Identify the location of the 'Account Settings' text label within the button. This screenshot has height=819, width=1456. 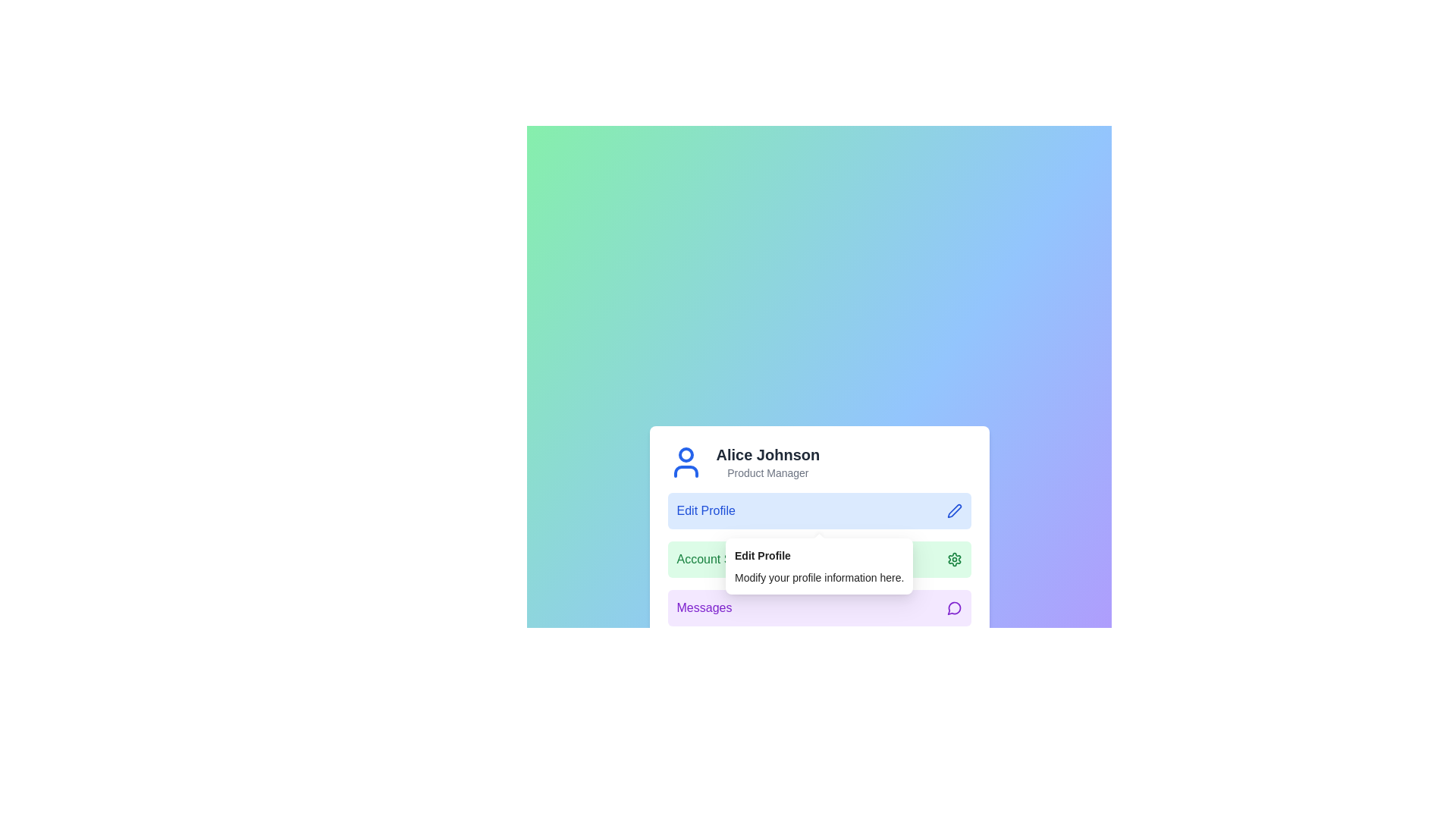
(721, 559).